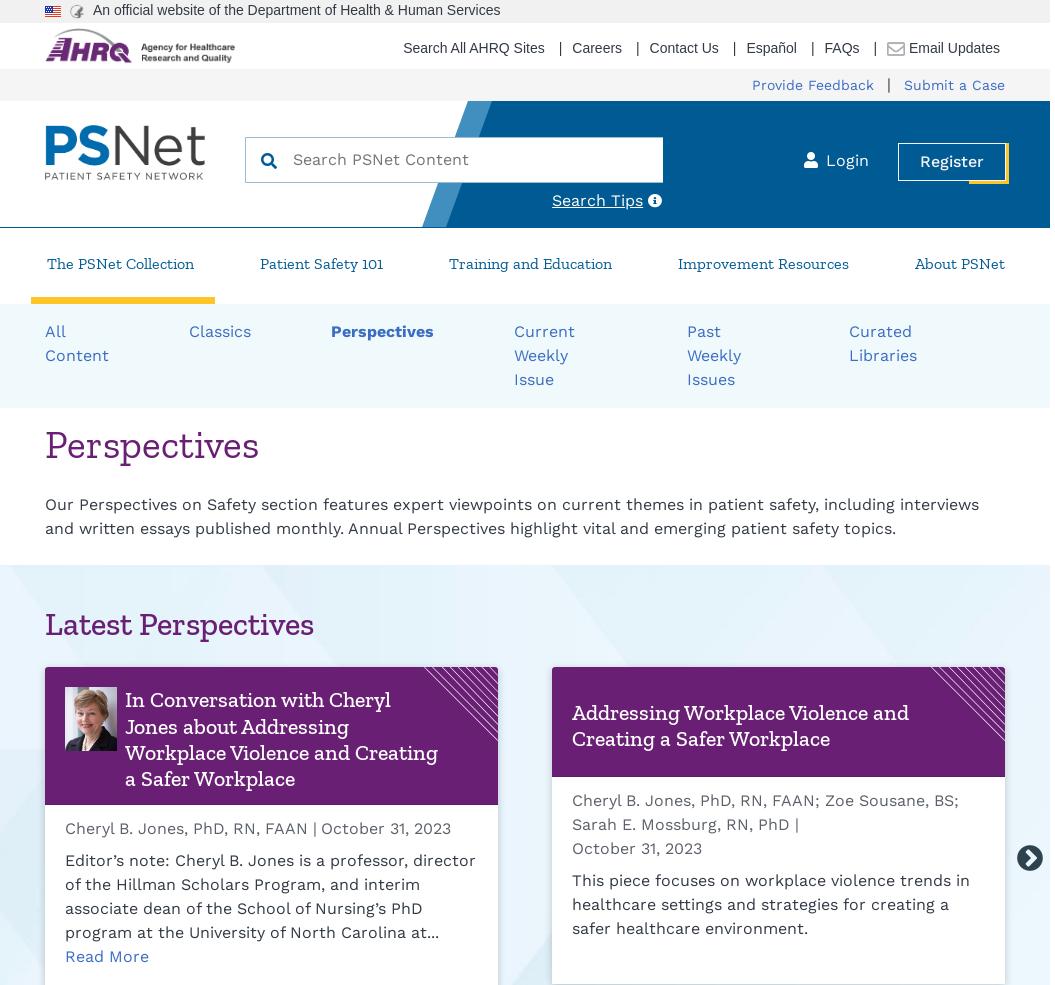  What do you see at coordinates (528, 262) in the screenshot?
I see `'Training and Education'` at bounding box center [528, 262].